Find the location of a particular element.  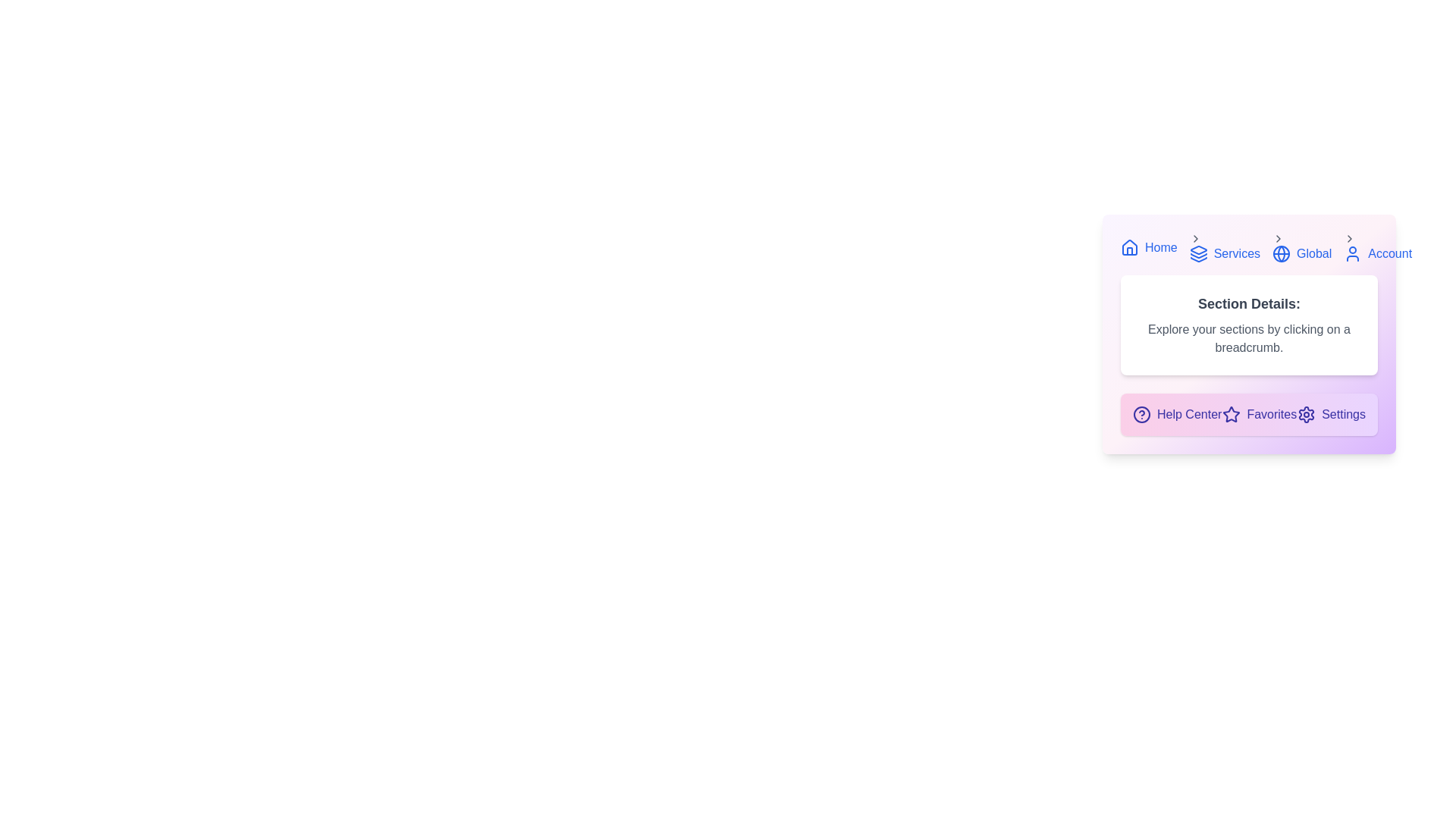

the 'Services' link in the breadcrumb navigation is located at coordinates (1225, 253).